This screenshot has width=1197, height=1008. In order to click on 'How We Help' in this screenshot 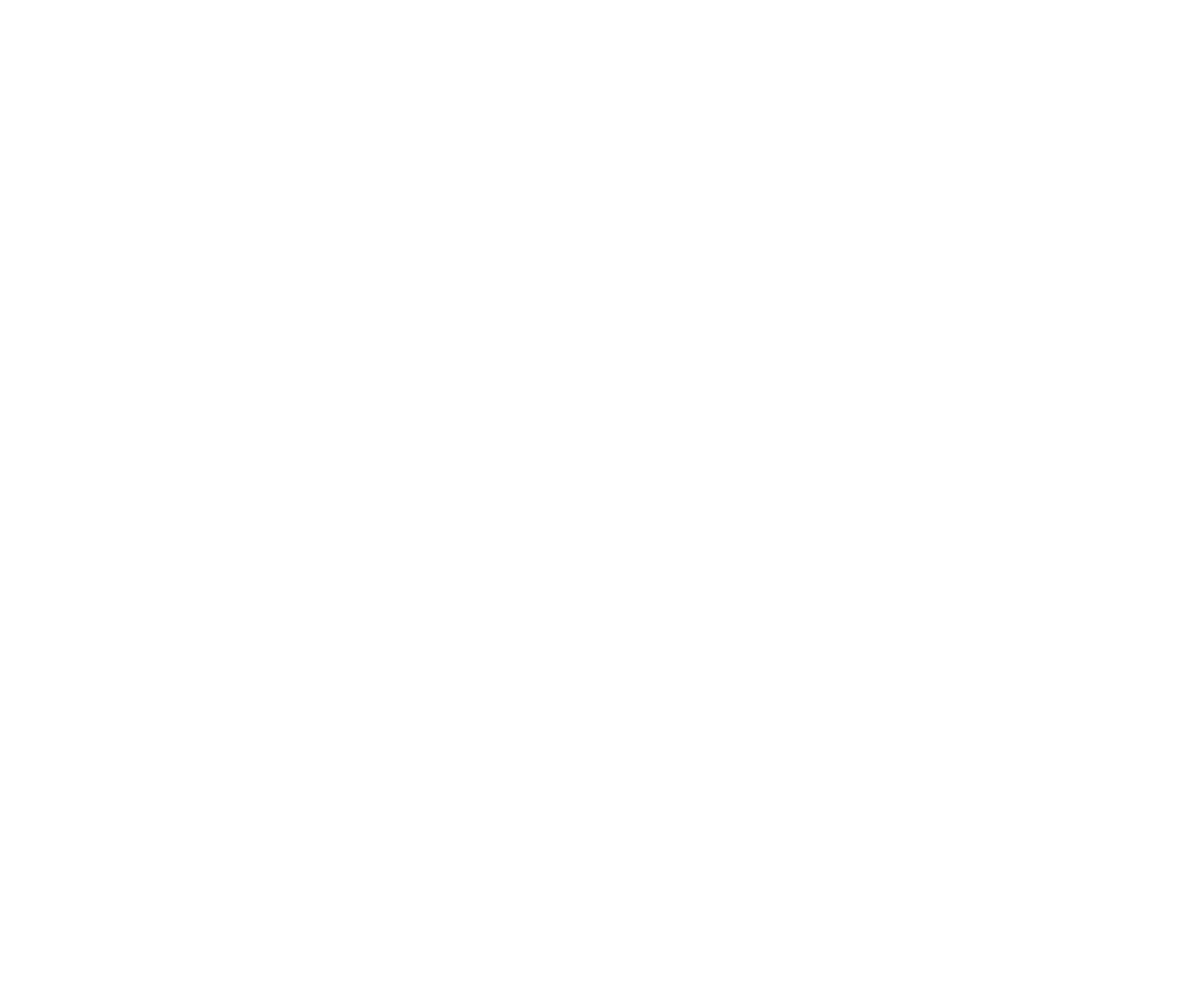, I will do `click(195, 822)`.